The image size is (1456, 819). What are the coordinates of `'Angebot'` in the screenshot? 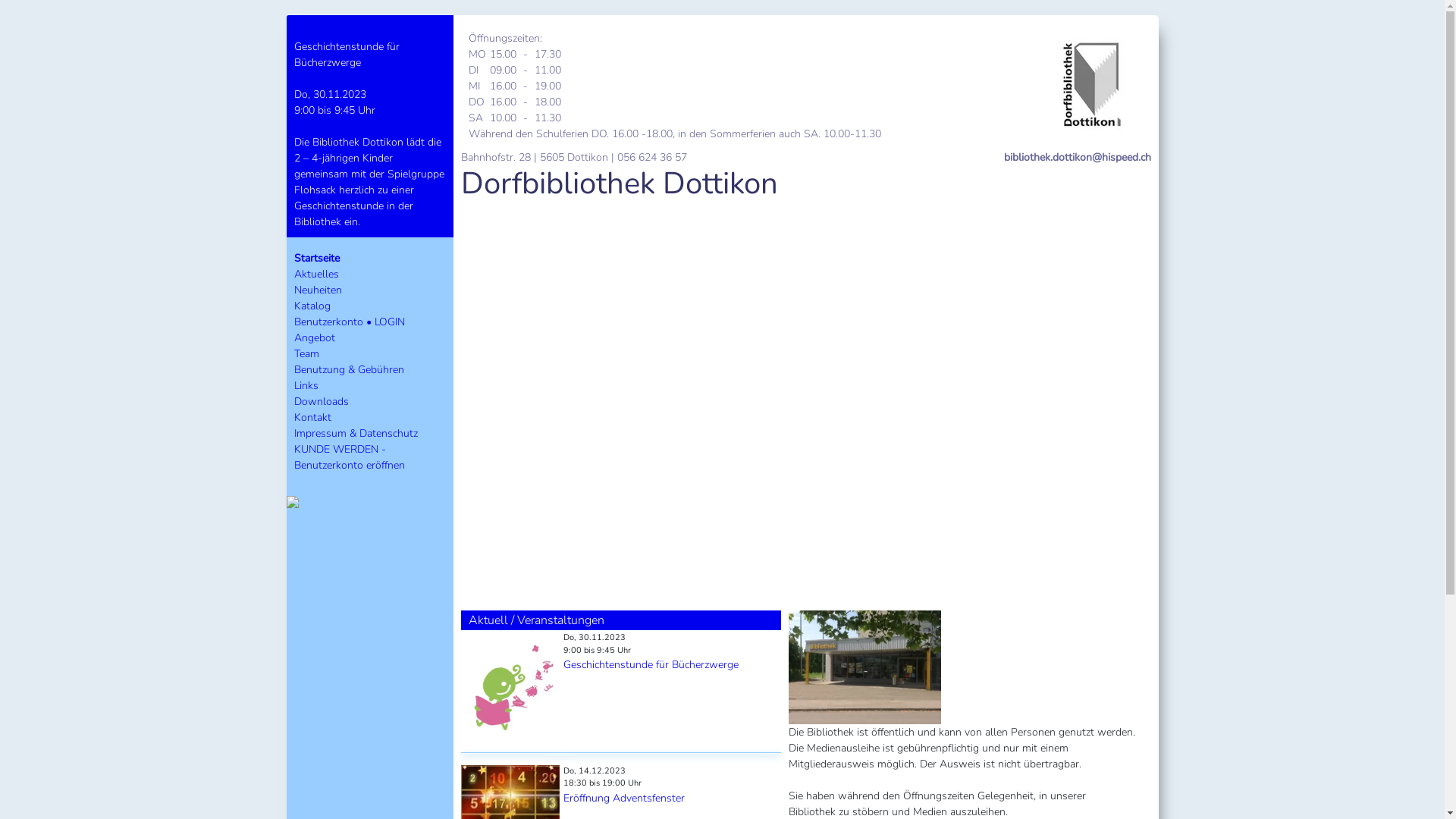 It's located at (313, 337).